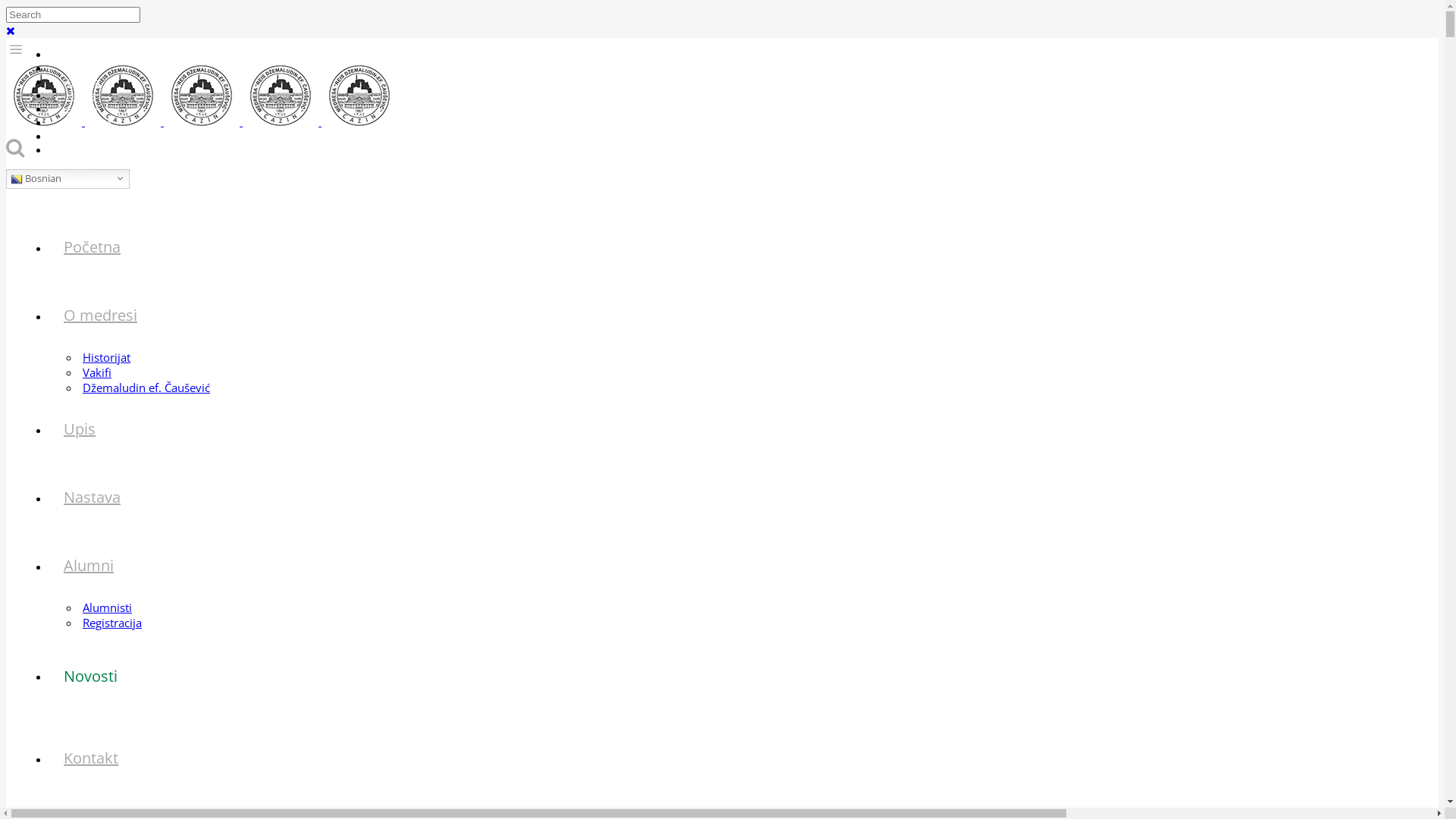 The height and width of the screenshot is (819, 1456). Describe the element at coordinates (51, 82) in the screenshot. I see `'Galerija'` at that location.